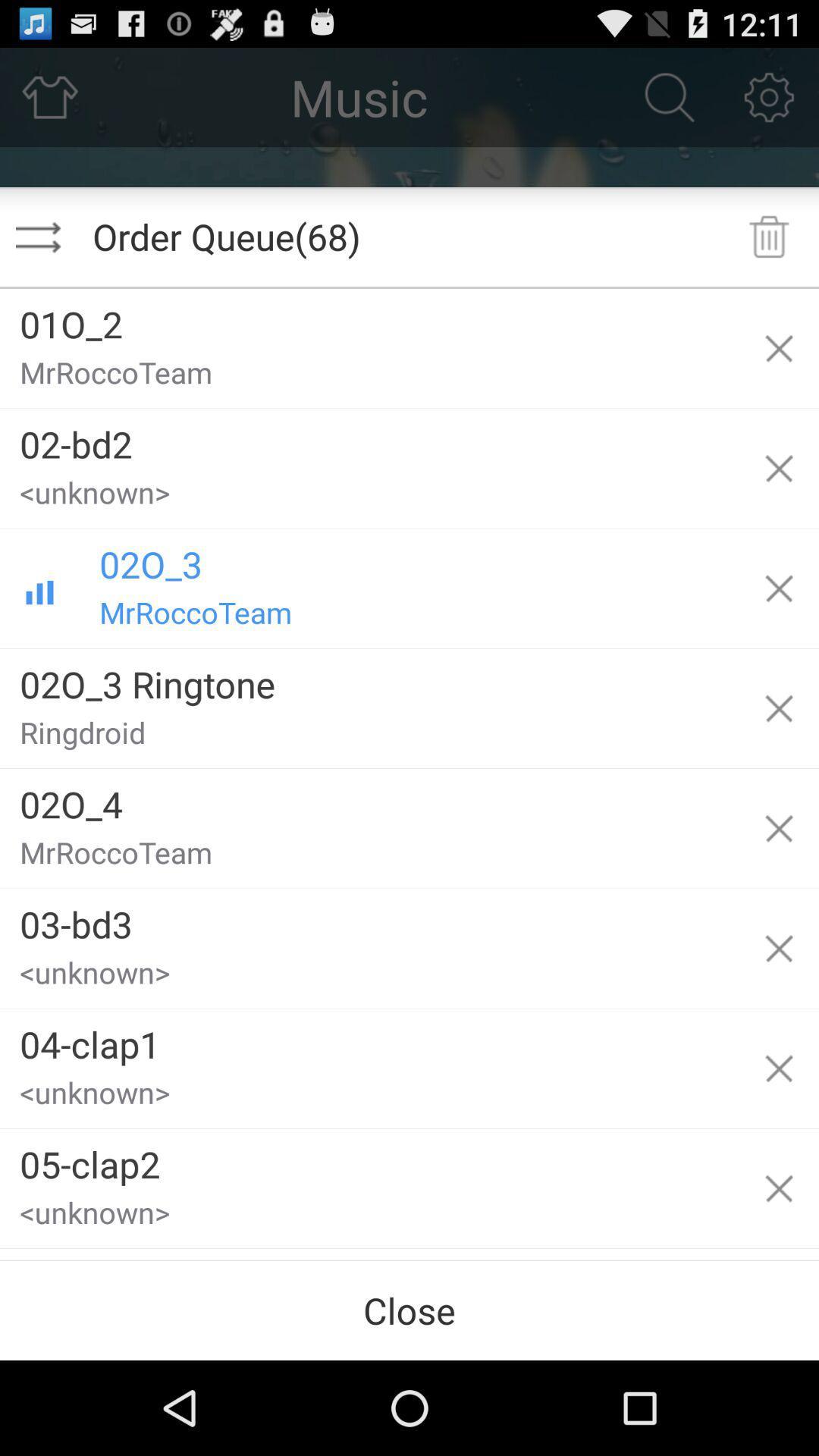  What do you see at coordinates (369, 738) in the screenshot?
I see `item above the 02o_4 item` at bounding box center [369, 738].